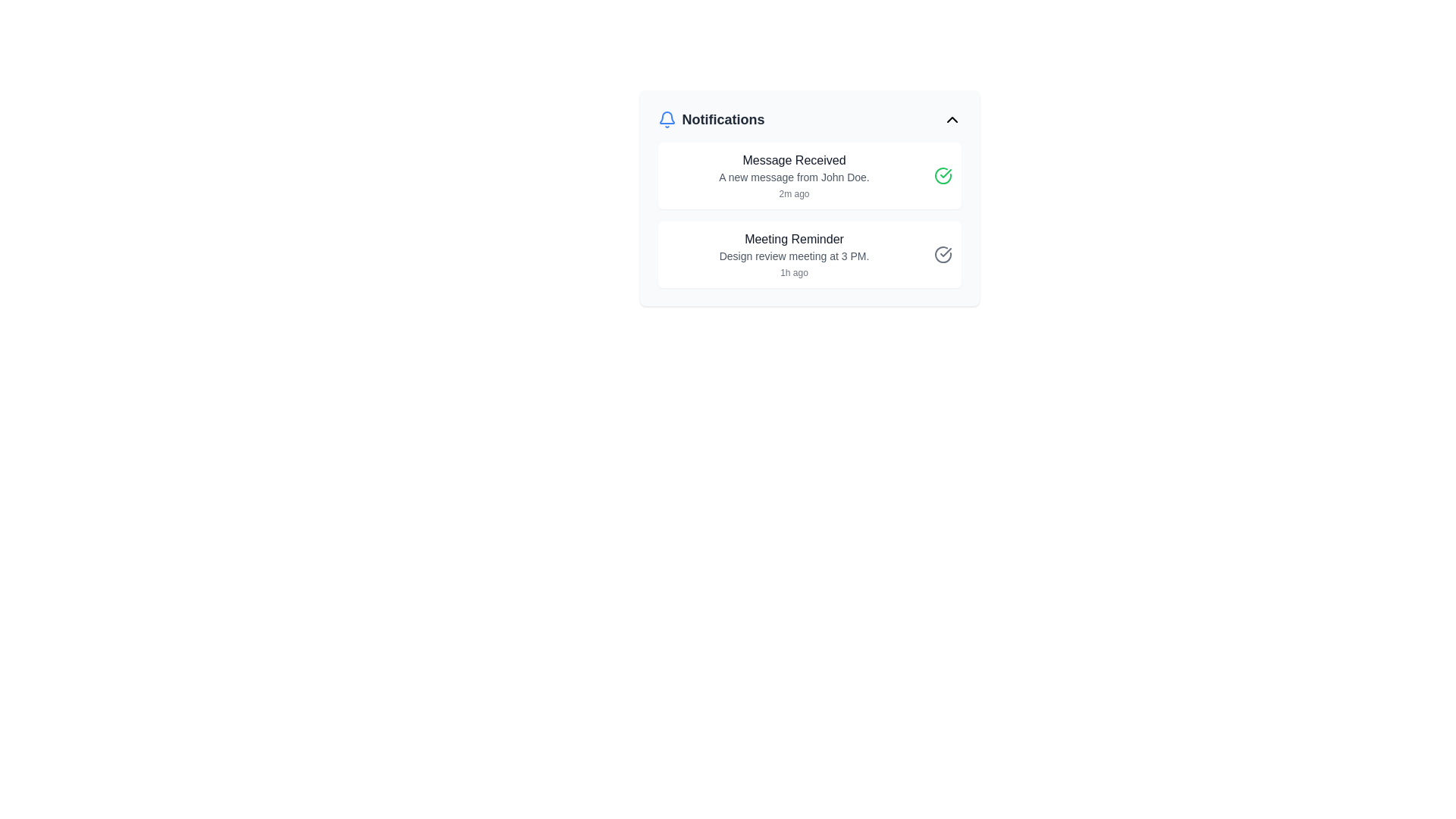  I want to click on the green checkmark icon in the notification card titled 'Message Received', which indicates completion or acknowledgment, so click(808, 174).